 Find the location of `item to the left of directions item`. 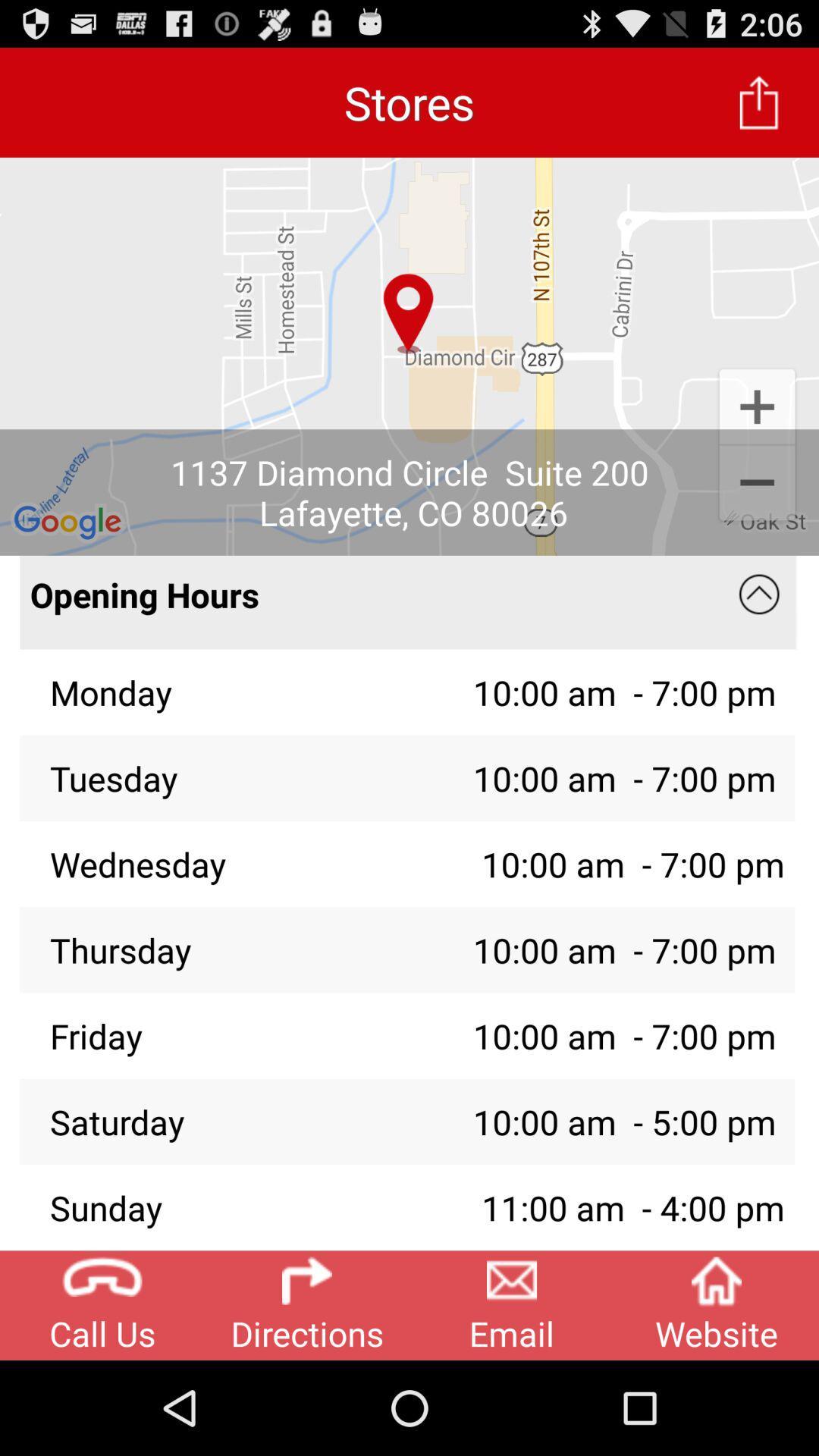

item to the left of directions item is located at coordinates (102, 1304).